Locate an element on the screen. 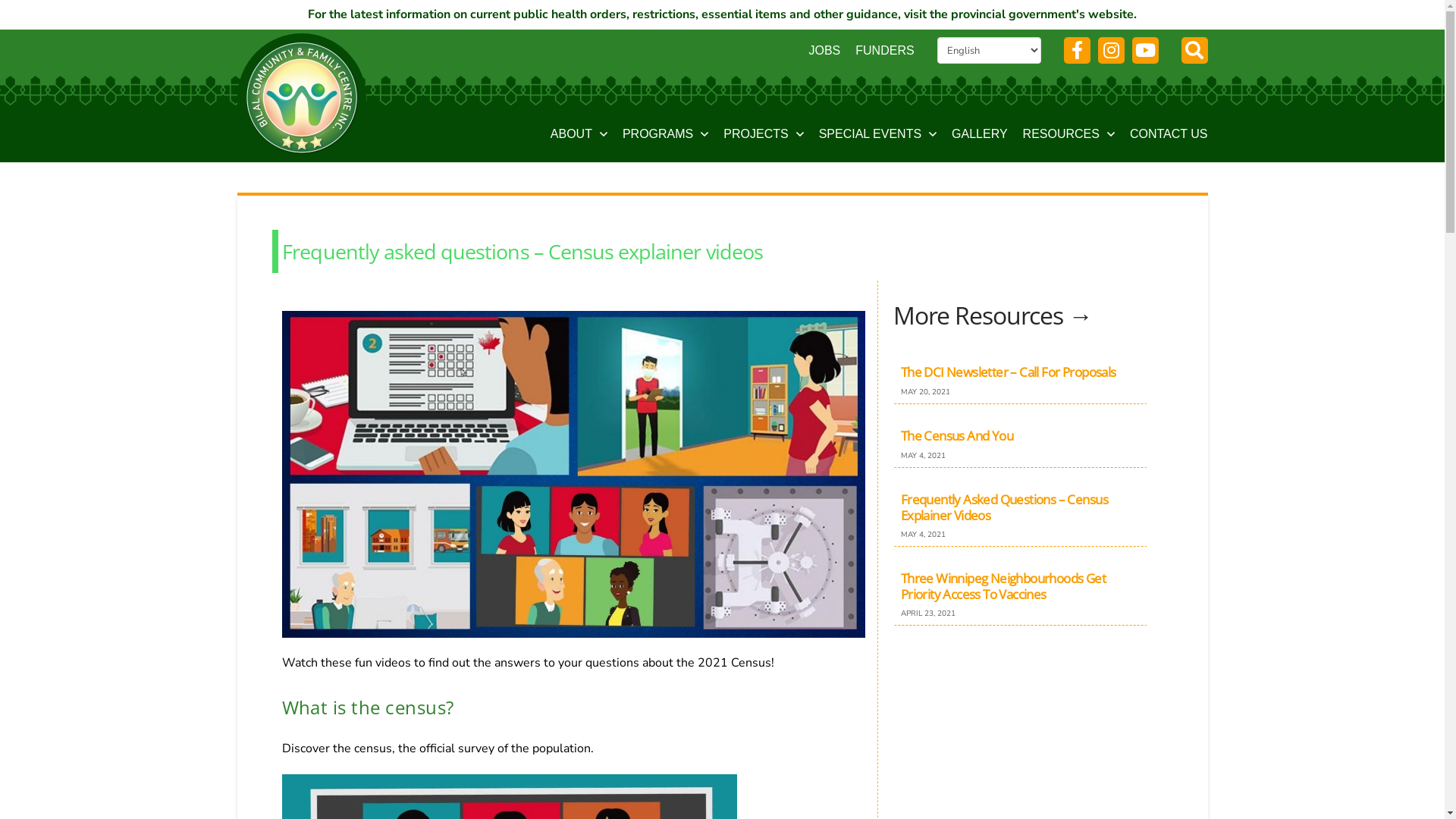 The image size is (1456, 819). 'PROGRAMS' is located at coordinates (665, 135).